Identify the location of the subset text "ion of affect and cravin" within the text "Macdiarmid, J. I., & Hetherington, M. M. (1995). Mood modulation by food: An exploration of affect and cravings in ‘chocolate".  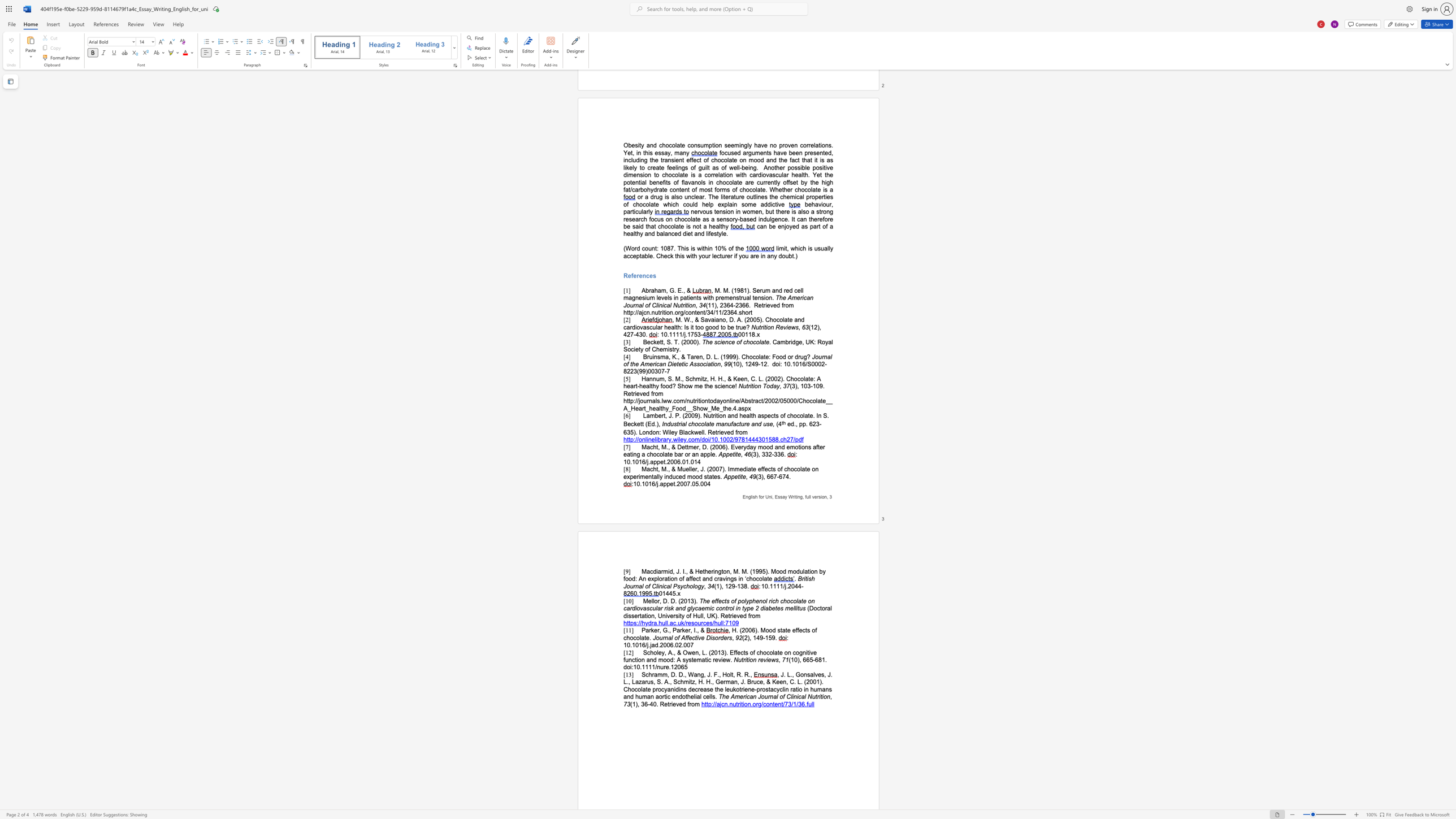
(669, 578).